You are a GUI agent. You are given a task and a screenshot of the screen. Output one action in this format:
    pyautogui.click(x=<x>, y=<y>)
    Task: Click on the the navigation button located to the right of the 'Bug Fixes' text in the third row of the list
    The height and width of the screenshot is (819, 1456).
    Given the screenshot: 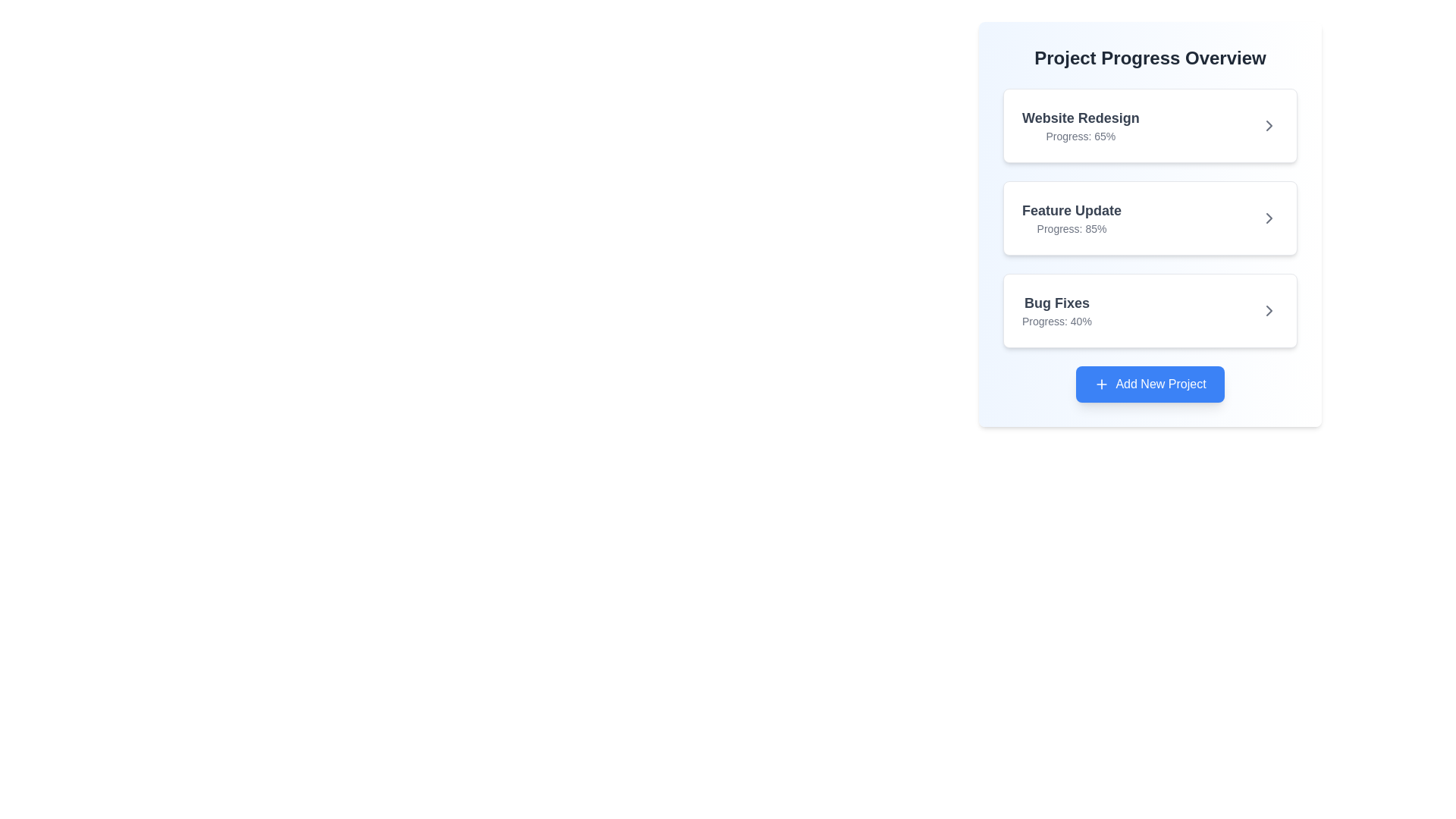 What is the action you would take?
    pyautogui.click(x=1269, y=309)
    